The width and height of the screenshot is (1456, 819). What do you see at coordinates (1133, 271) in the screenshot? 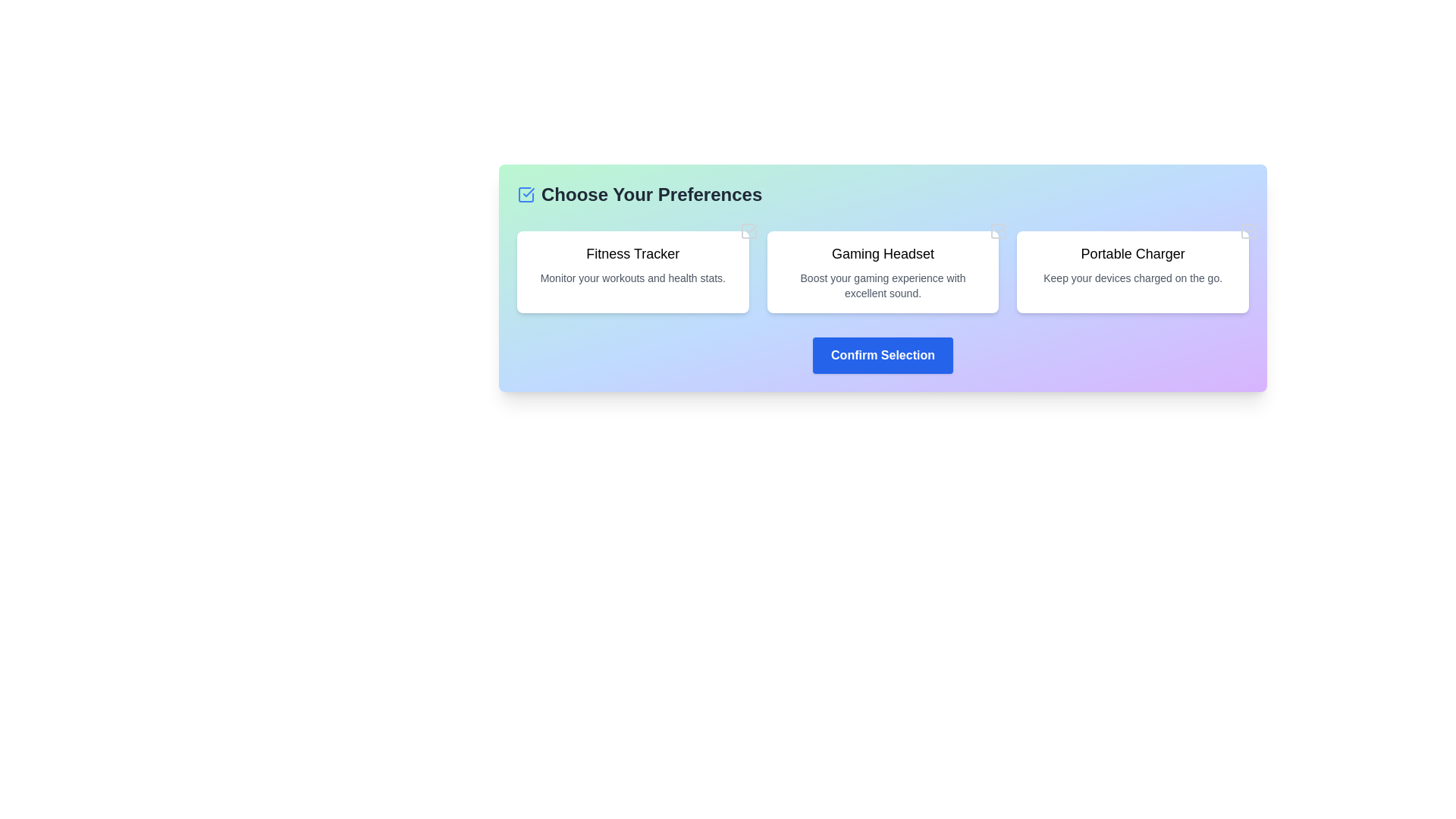
I see `descriptive text of the 'Portable Charger' Selectable Information Card, which is located as the third card from the left in a grid layout and is adjacent to the 'Gaming Headset' card` at bounding box center [1133, 271].